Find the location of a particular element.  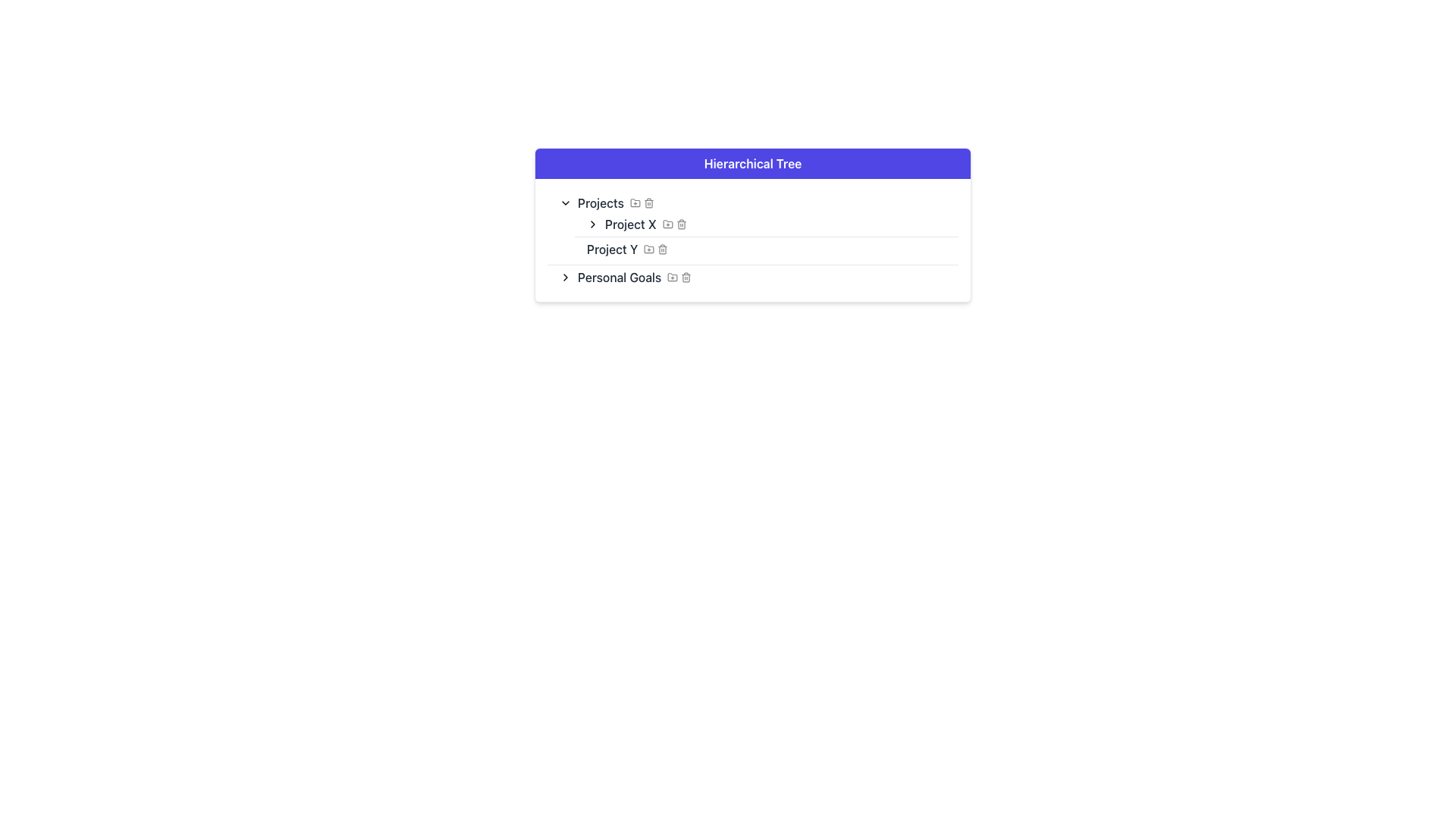

the trashcan icon located in the toolbar beneath the hierarchical tree is located at coordinates (648, 202).